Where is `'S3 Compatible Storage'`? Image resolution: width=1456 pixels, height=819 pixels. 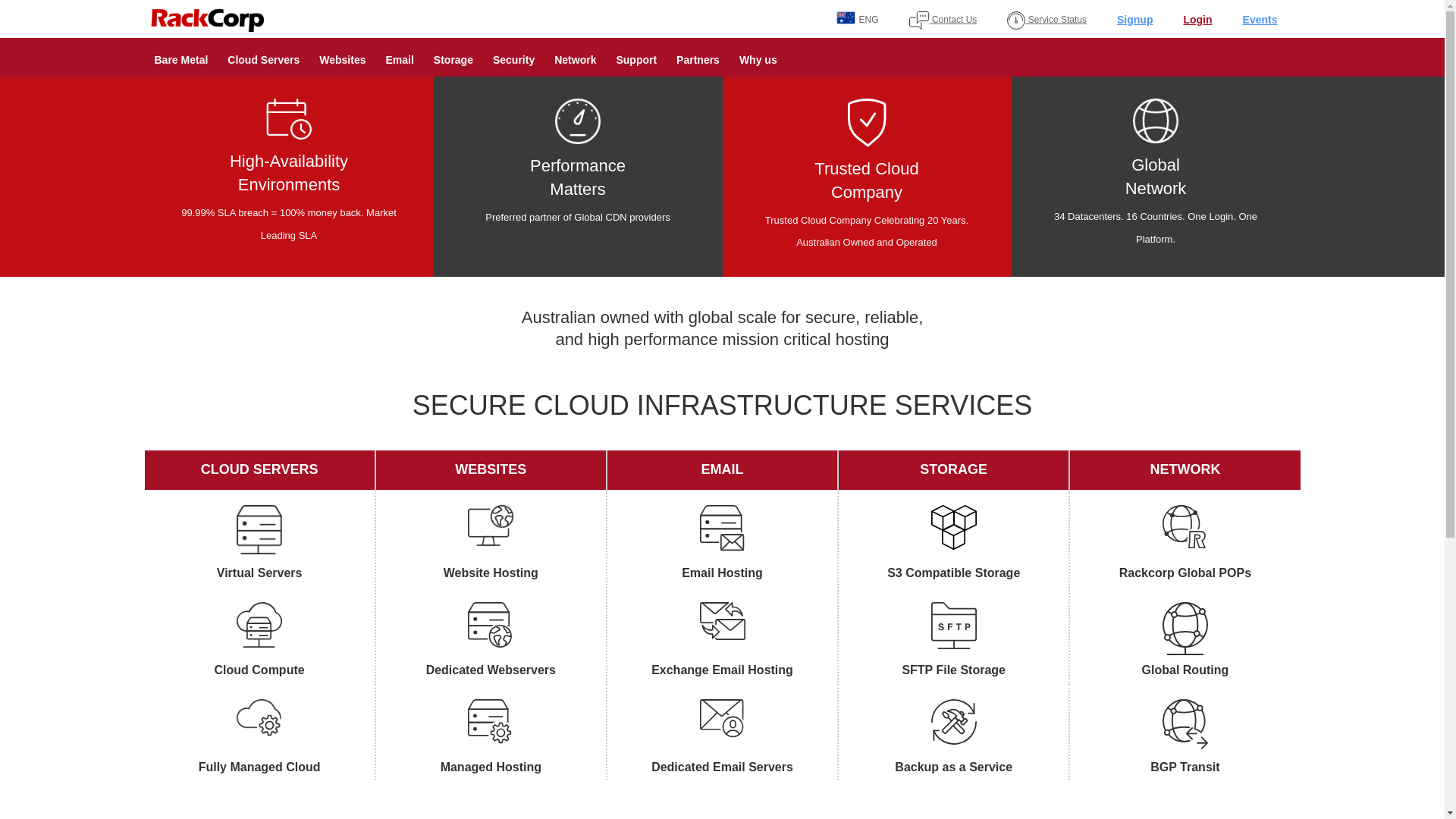
'S3 Compatible Storage' is located at coordinates (952, 541).